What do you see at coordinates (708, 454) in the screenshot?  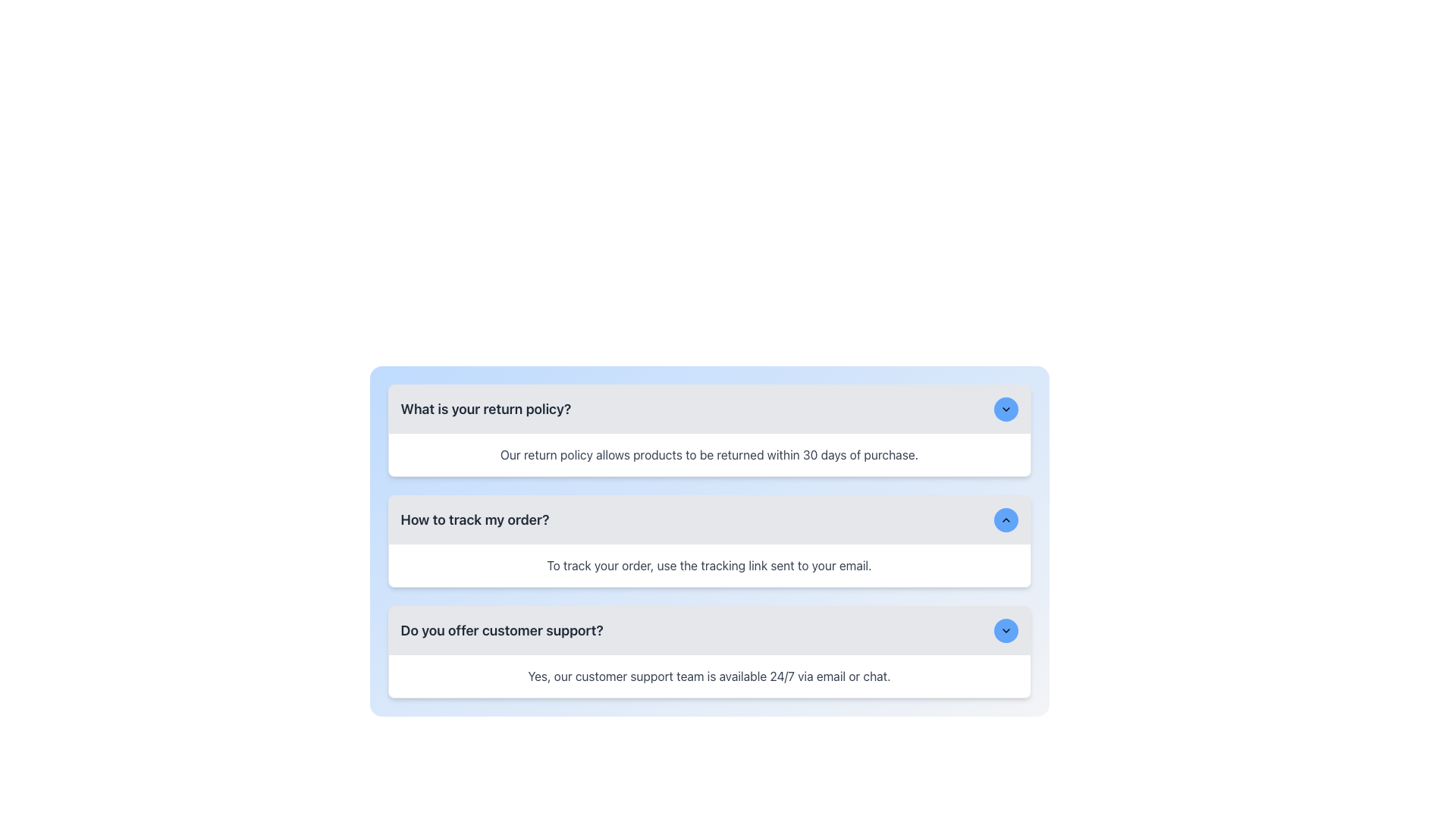 I see `text content of the information display about the company's return policy, which is located below the question 'What is your return policy?'` at bounding box center [708, 454].